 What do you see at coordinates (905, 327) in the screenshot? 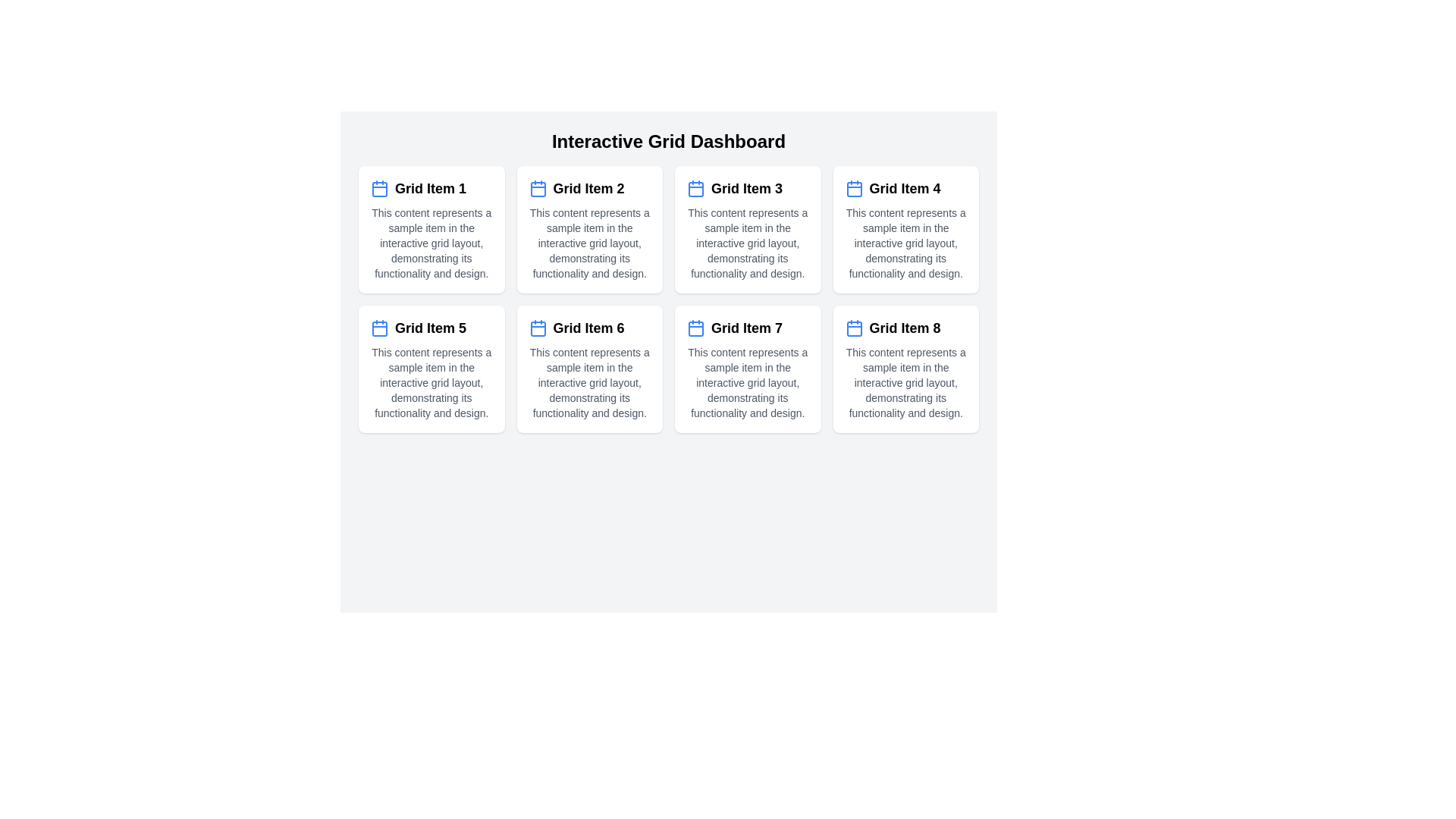
I see `the text label that reads 'Grid Item 8', which is styled in bold and larger font, located in the bottom row and fourth column of the grid layout` at bounding box center [905, 327].